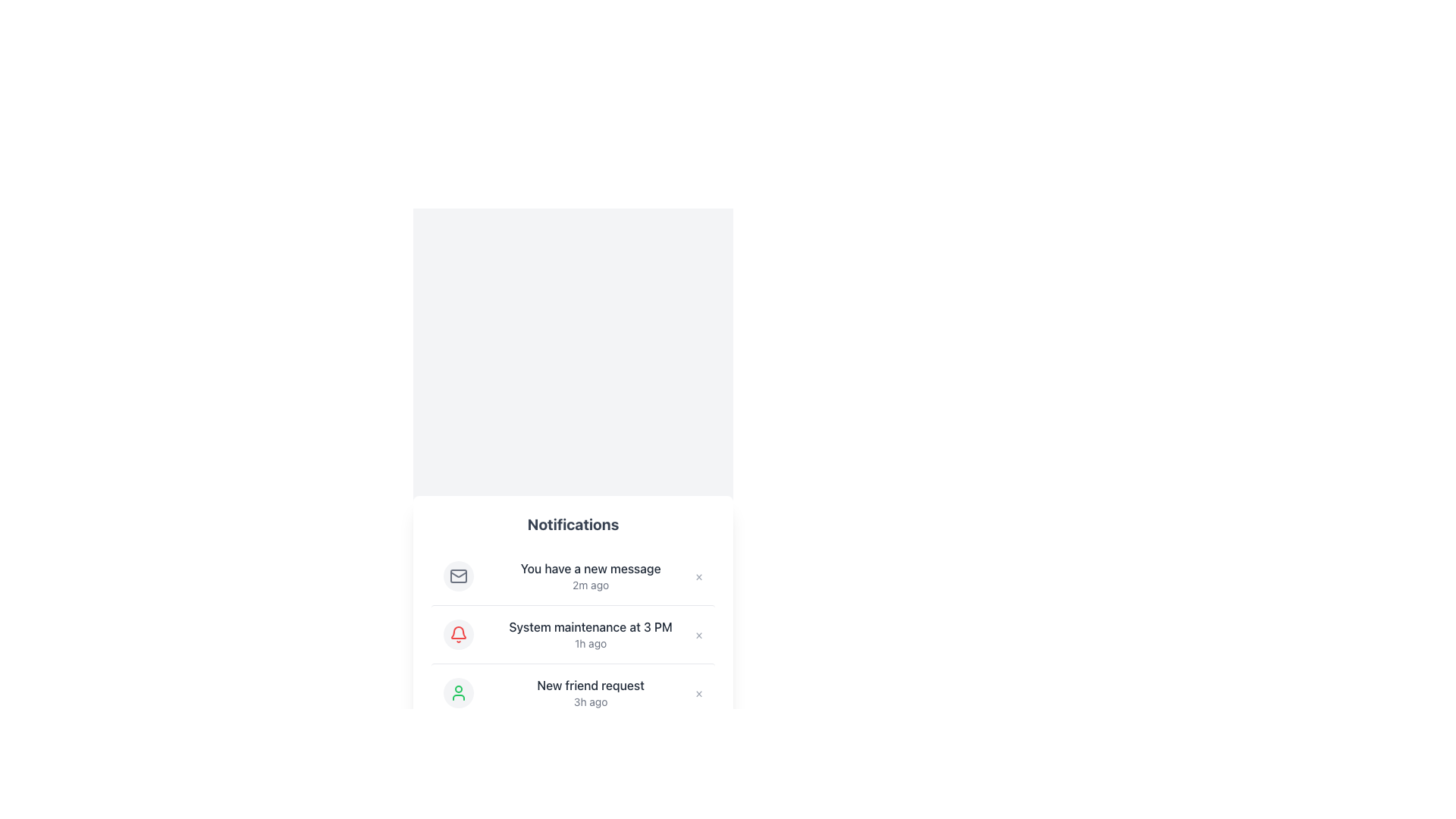  Describe the element at coordinates (457, 576) in the screenshot. I see `the new message notification icon located at the far left of the entry that reads 'You have a new message 2m ago ×'` at that location.